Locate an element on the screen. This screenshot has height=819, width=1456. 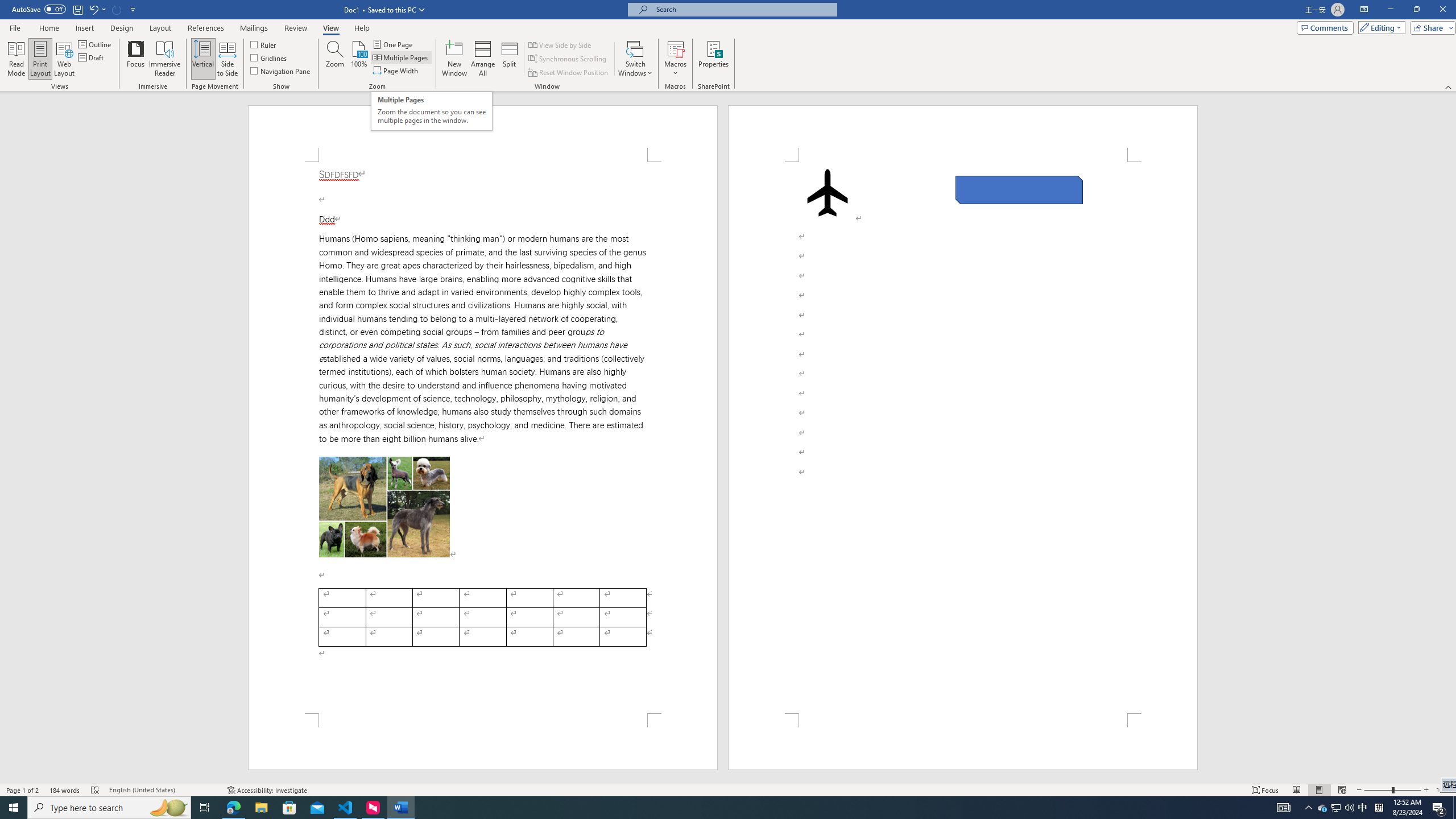
'Arrange All' is located at coordinates (482, 59).